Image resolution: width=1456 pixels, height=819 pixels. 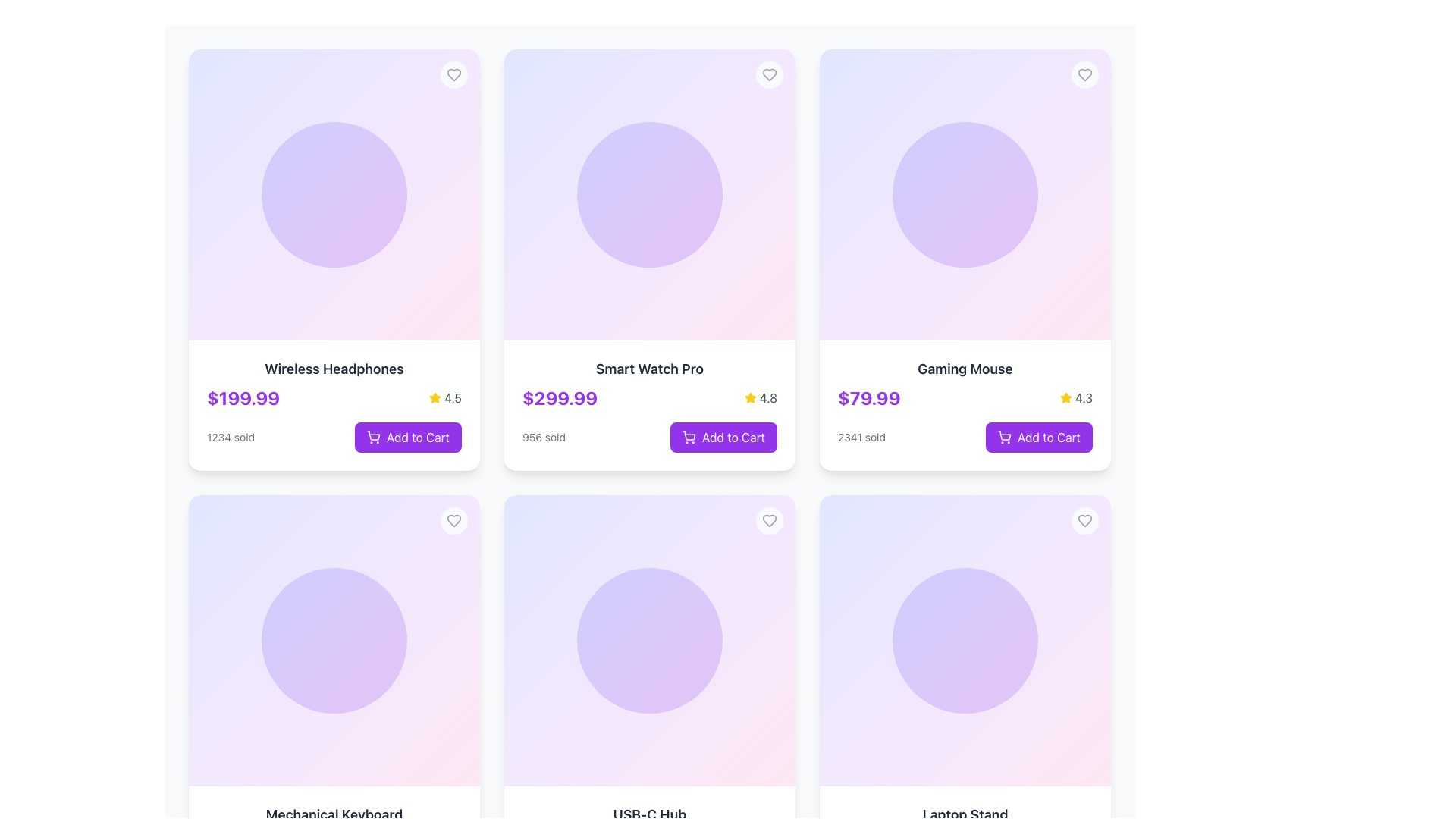 I want to click on the 'Add to Cart' text label within the interactive button for the 'Gaming Mouse' product to observe interactive styles, so click(x=1048, y=438).